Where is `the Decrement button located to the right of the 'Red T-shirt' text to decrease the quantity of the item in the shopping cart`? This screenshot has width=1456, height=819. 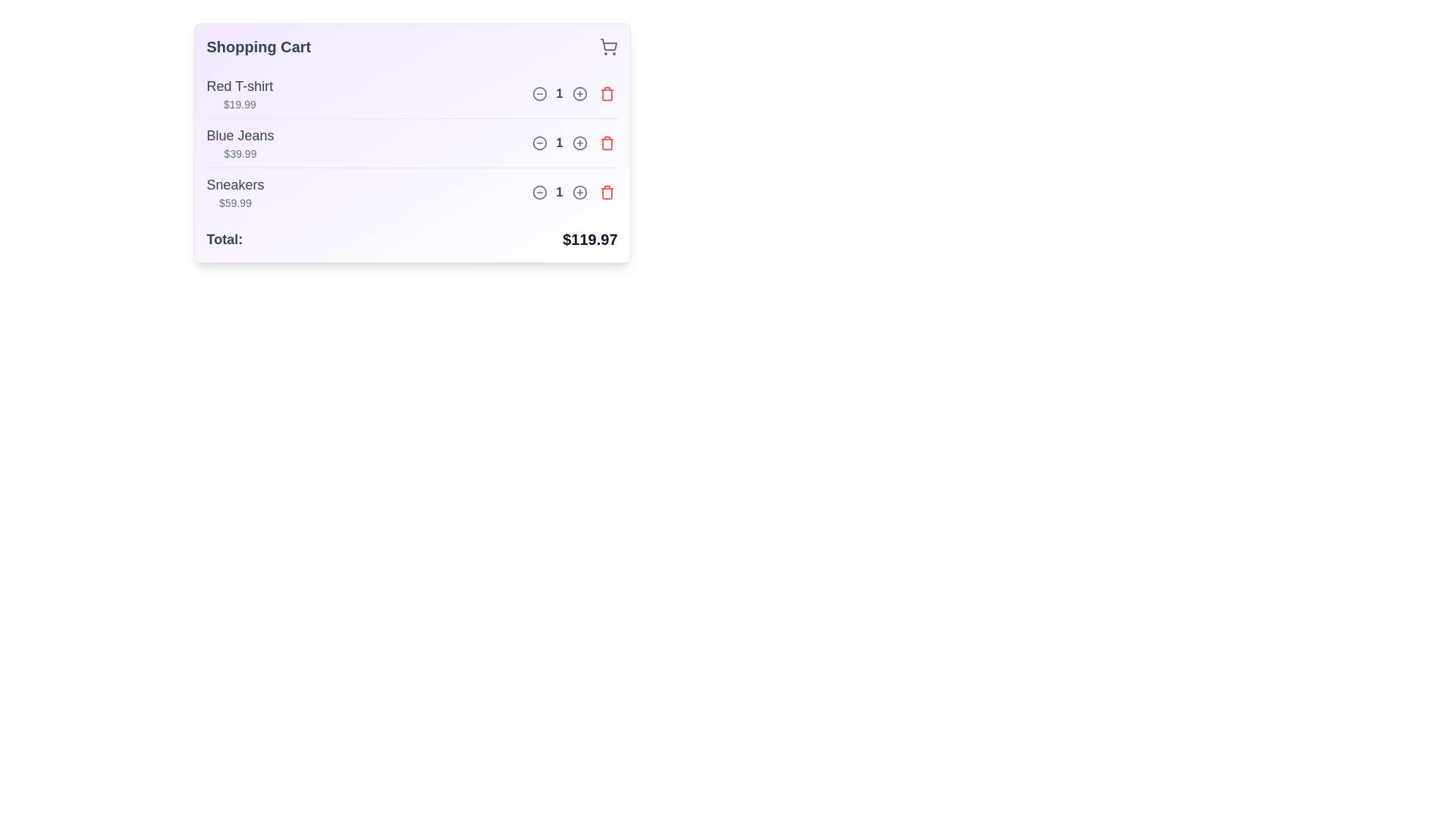 the Decrement button located to the right of the 'Red T-shirt' text to decrease the quantity of the item in the shopping cart is located at coordinates (539, 93).